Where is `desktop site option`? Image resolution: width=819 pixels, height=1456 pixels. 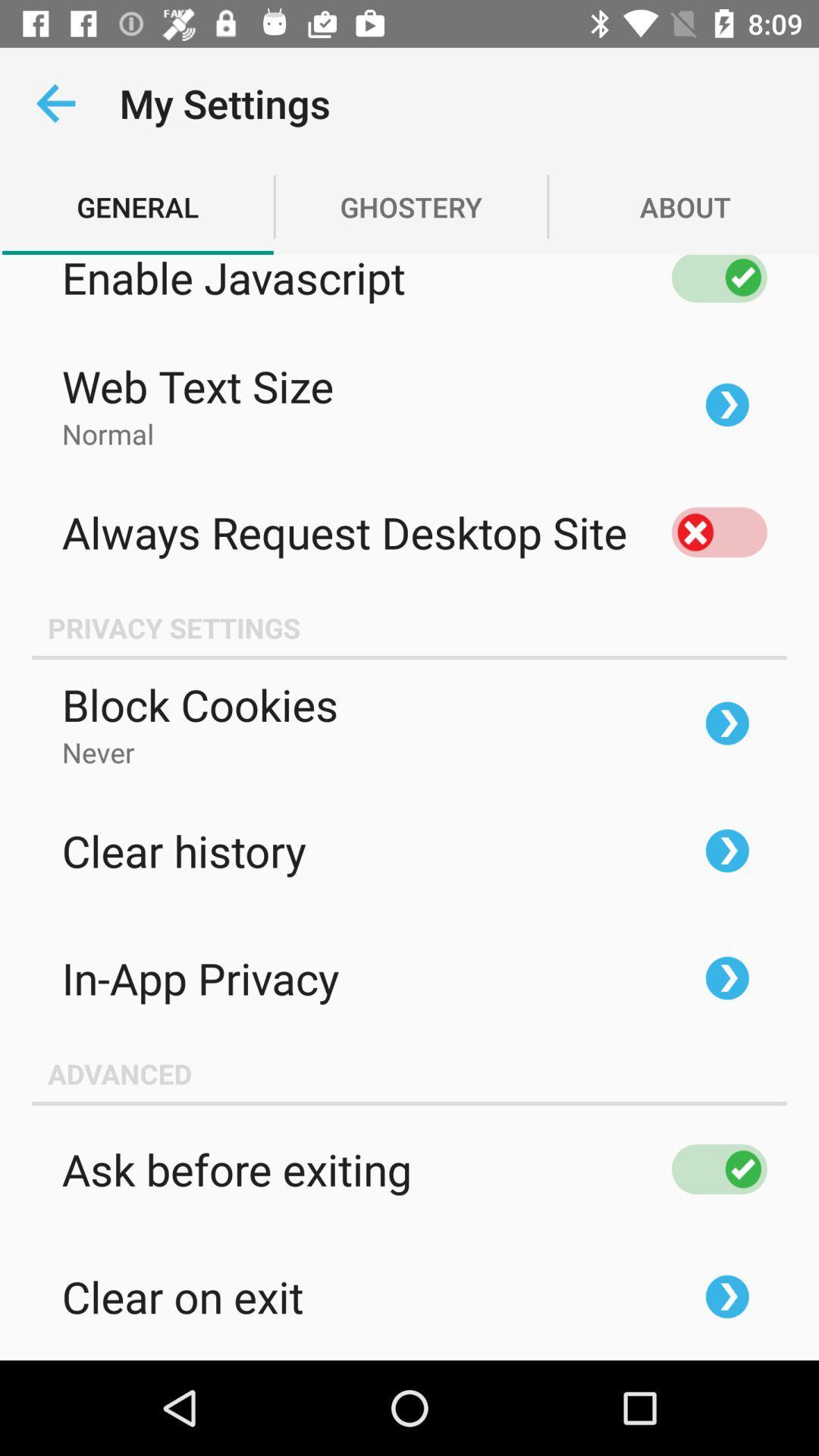 desktop site option is located at coordinates (718, 532).